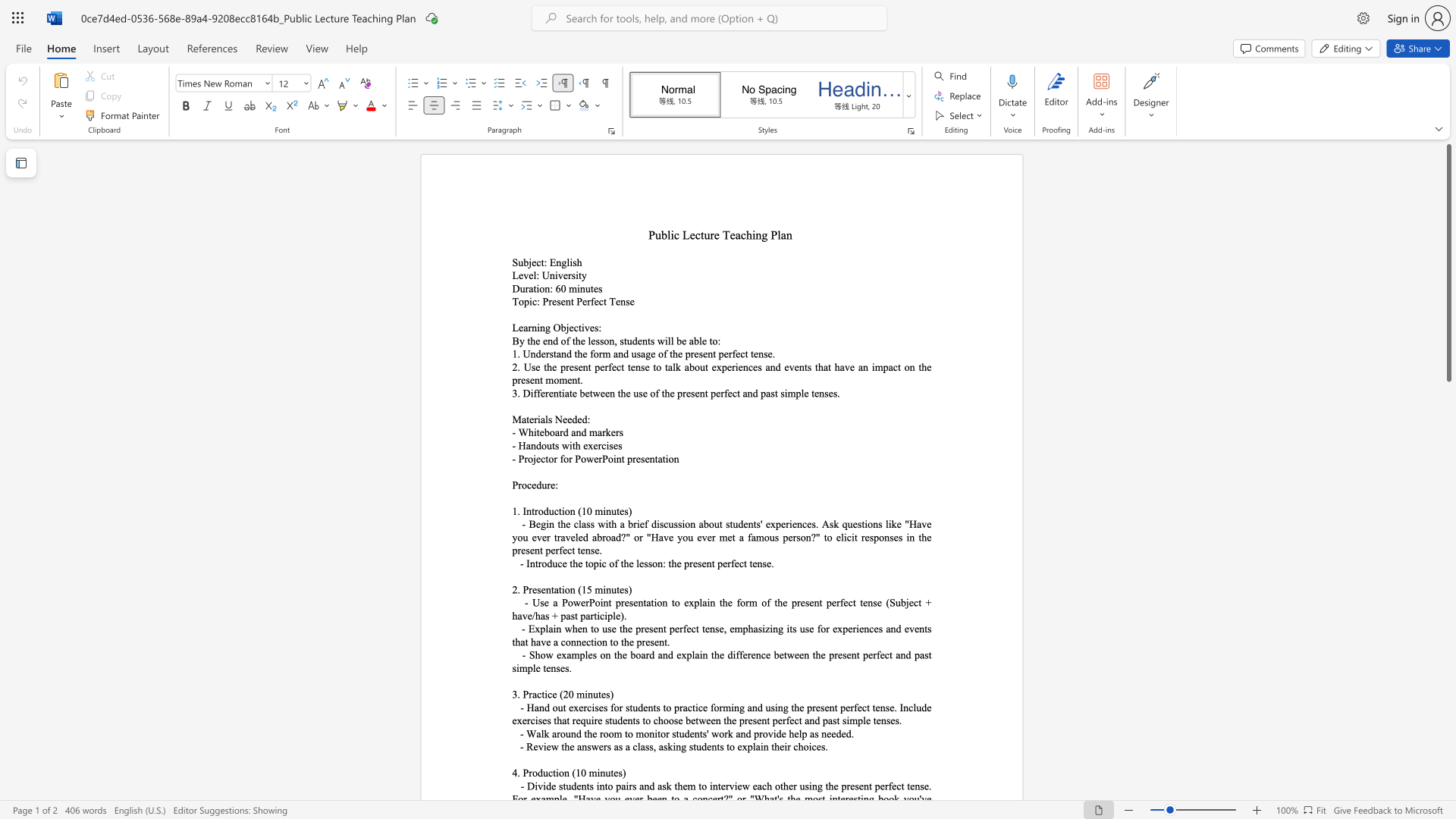  What do you see at coordinates (1448, 644) in the screenshot?
I see `the scrollbar to move the page down` at bounding box center [1448, 644].